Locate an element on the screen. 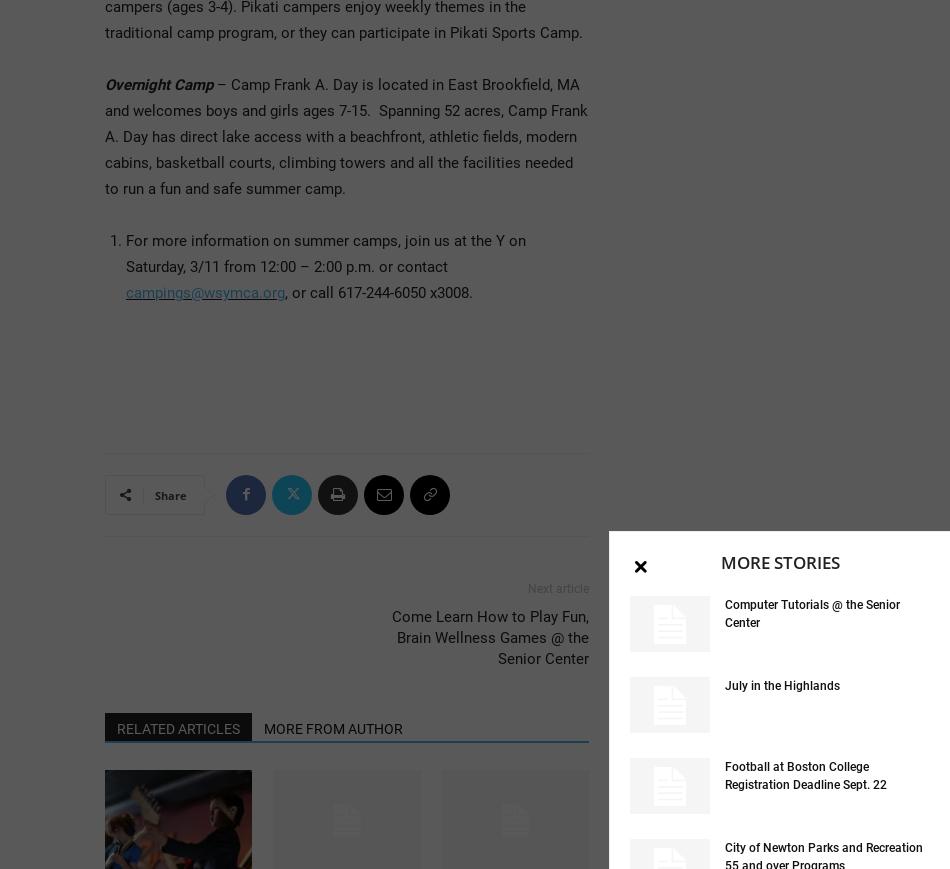  'Next article' is located at coordinates (528, 587).